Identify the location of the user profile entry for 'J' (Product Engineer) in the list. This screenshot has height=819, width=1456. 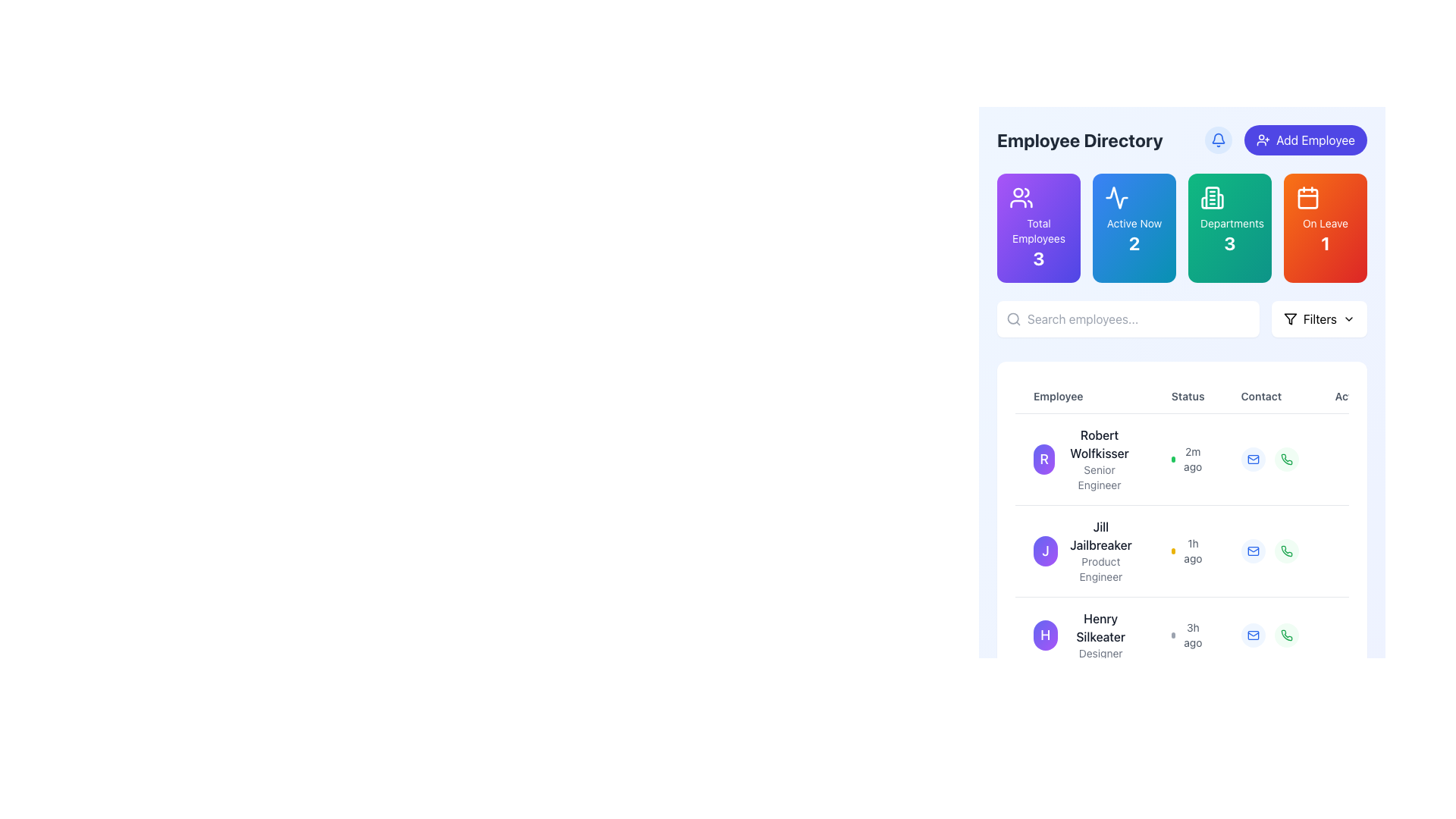
(1203, 551).